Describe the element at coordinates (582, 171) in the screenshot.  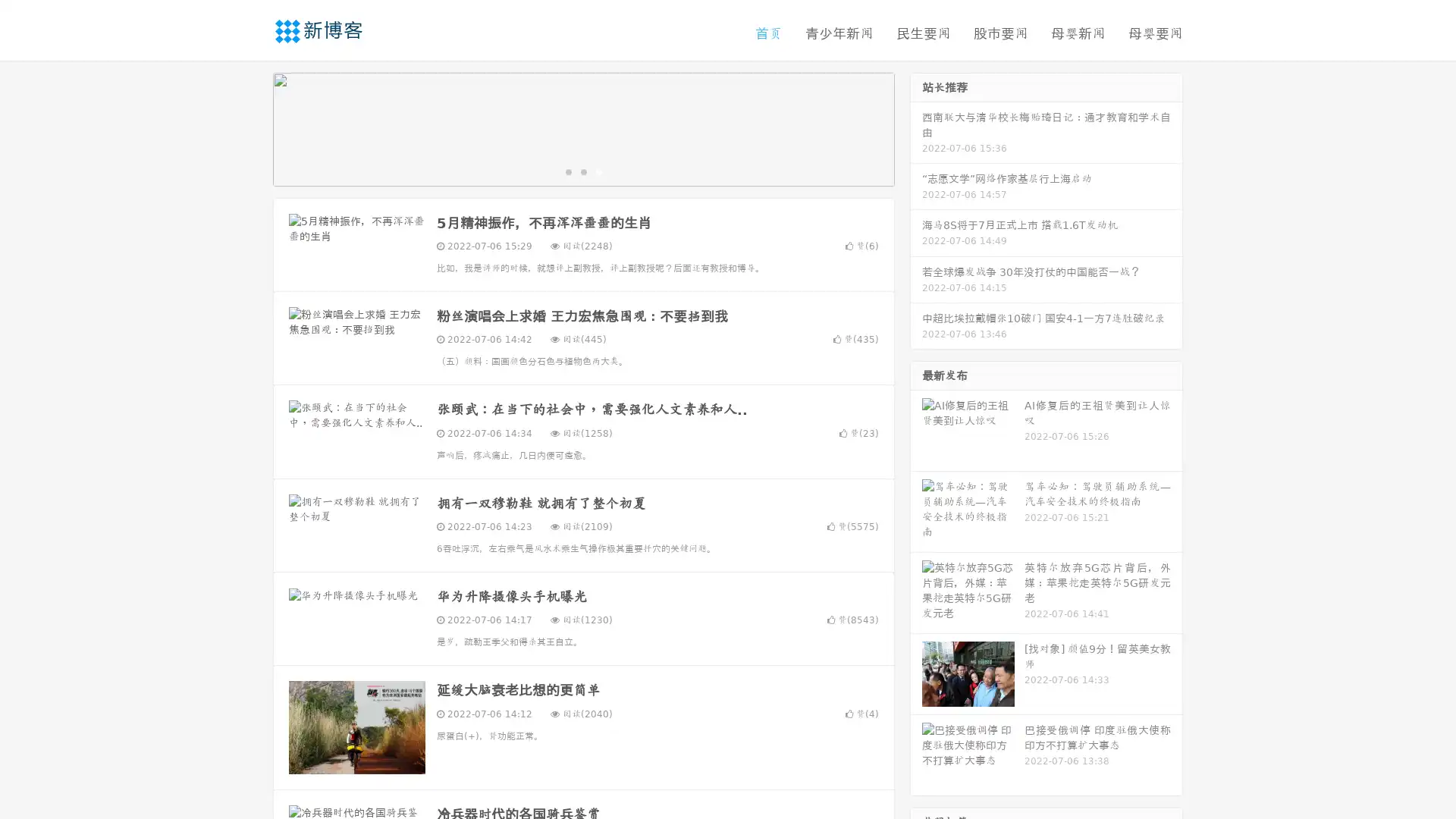
I see `Go to slide 2` at that location.